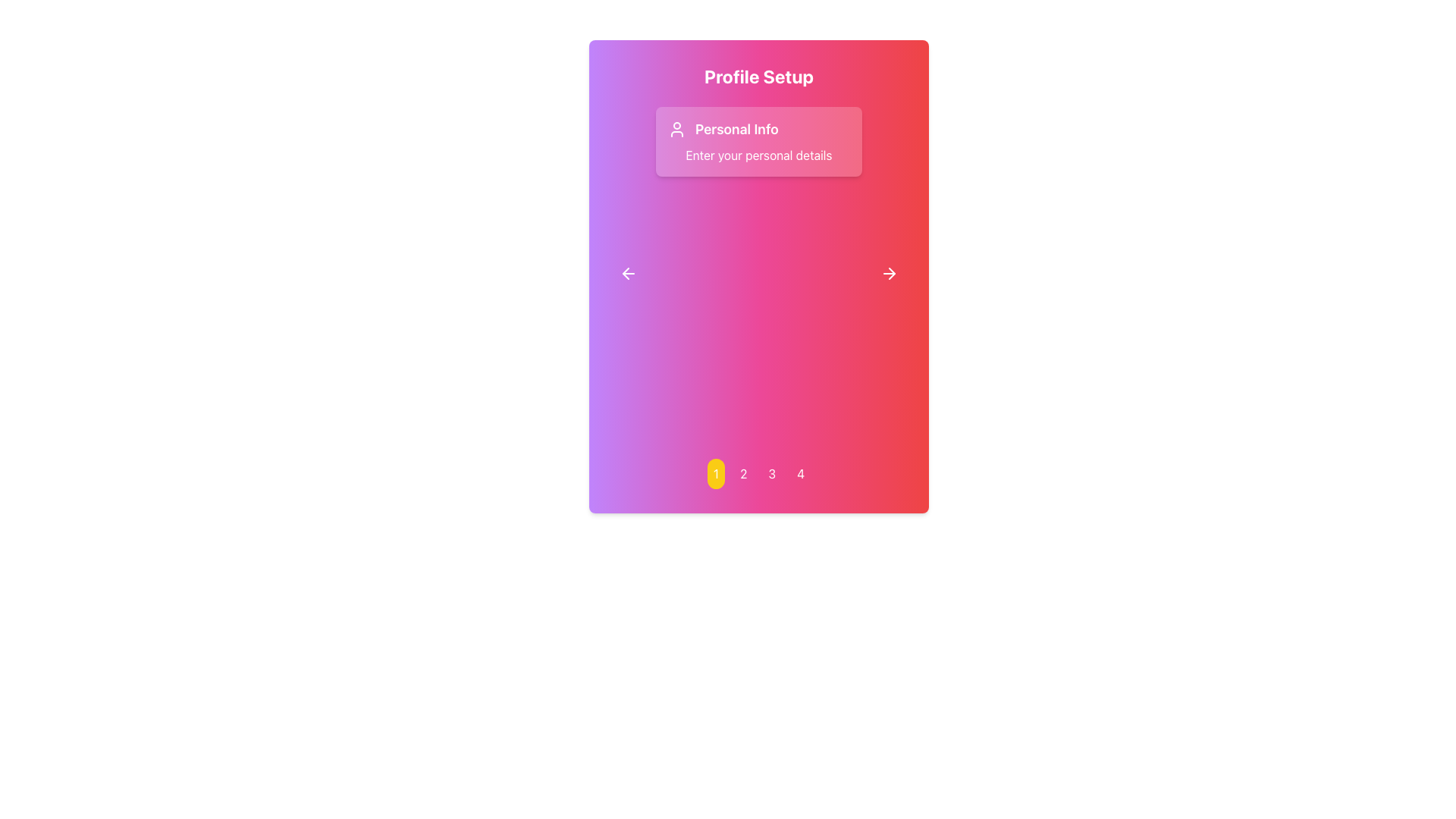 The width and height of the screenshot is (1456, 819). What do you see at coordinates (629, 274) in the screenshot?
I see `the navigational button located within the 'Profile Setup' group to proceed to the previous step in the application` at bounding box center [629, 274].